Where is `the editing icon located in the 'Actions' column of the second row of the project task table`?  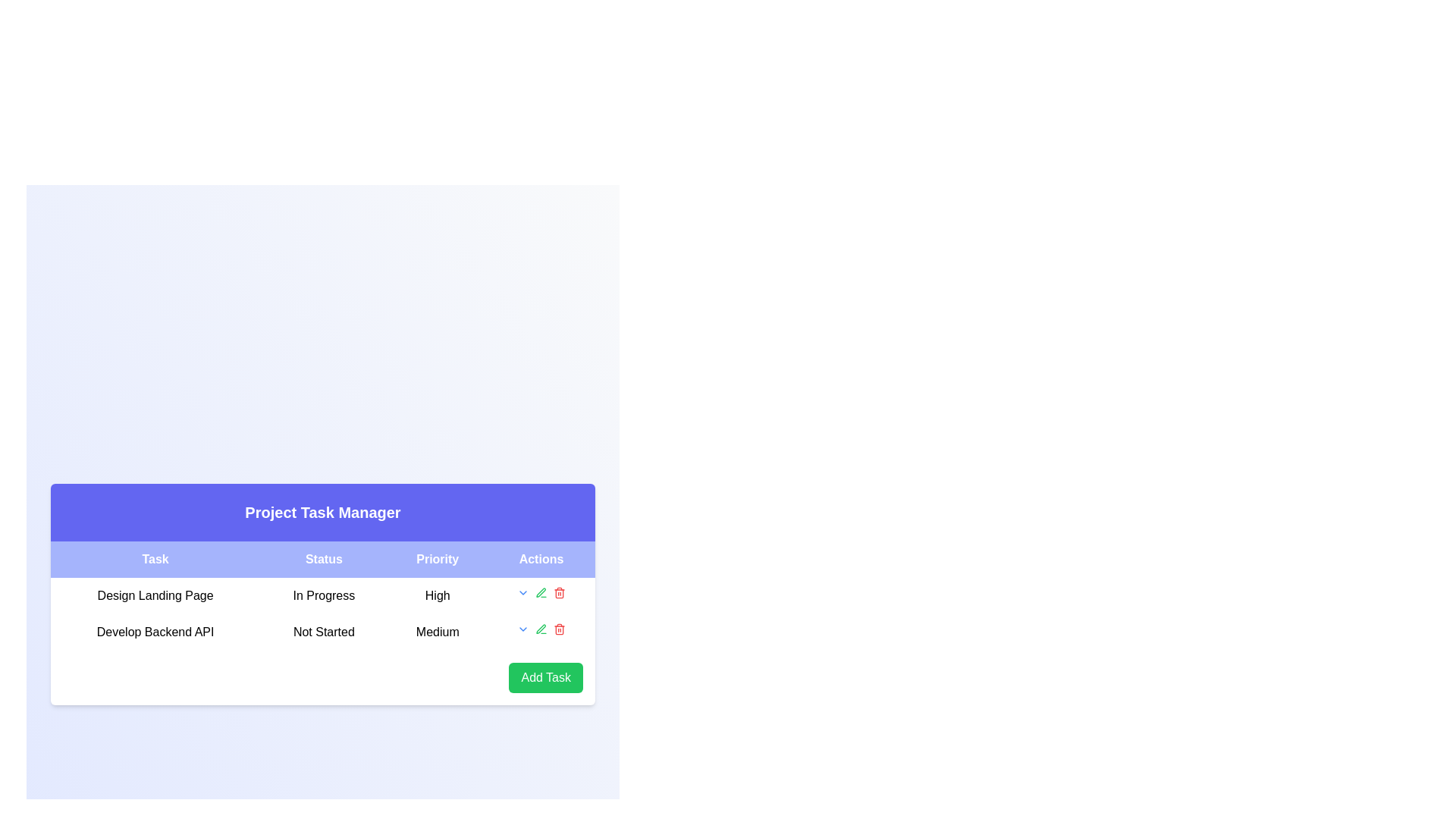 the editing icon located in the 'Actions' column of the second row of the project task table is located at coordinates (541, 591).